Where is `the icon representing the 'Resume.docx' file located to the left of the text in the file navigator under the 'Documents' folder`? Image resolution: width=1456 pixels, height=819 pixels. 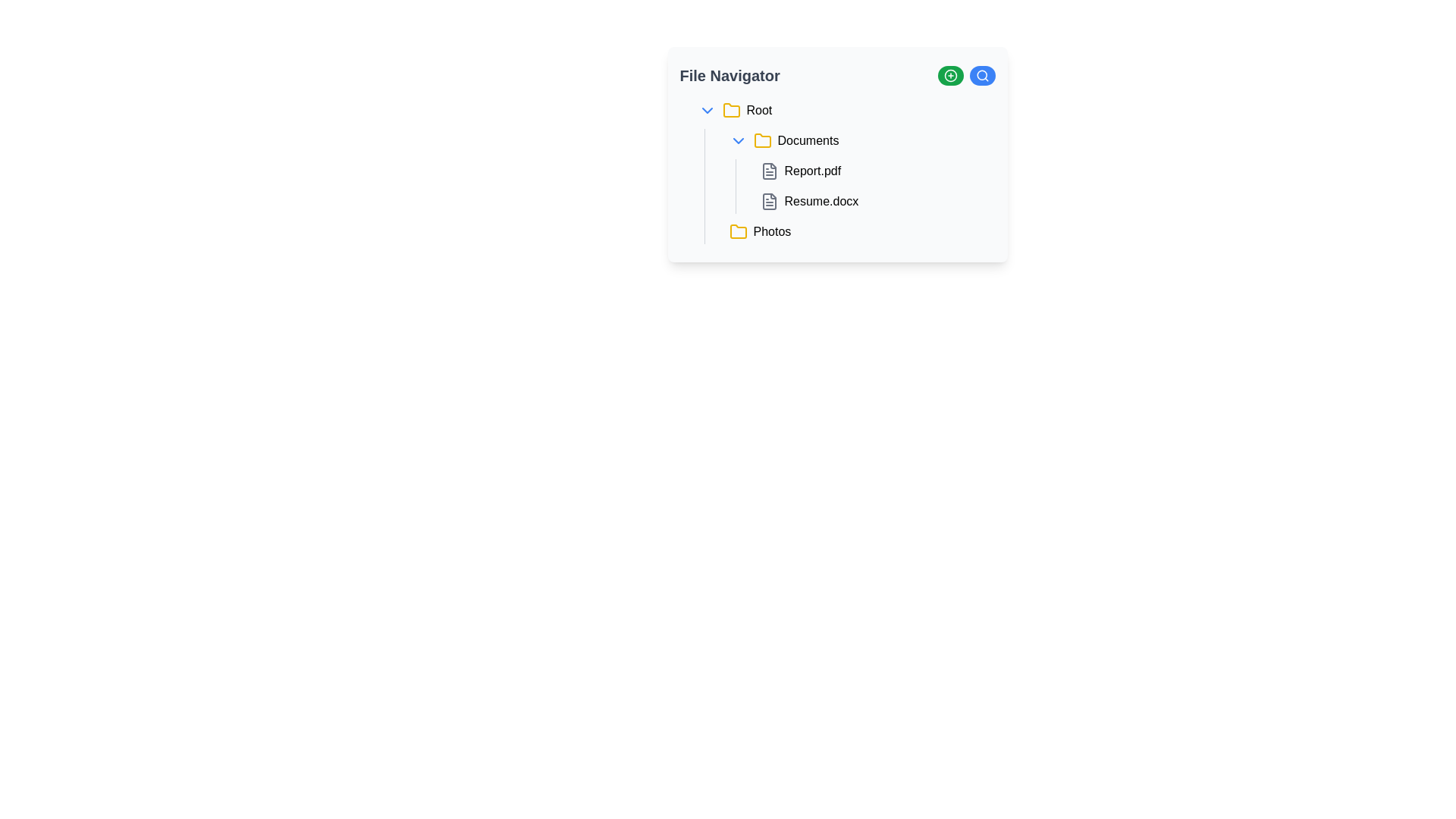
the icon representing the 'Resume.docx' file located to the left of the text in the file navigator under the 'Documents' folder is located at coordinates (769, 201).